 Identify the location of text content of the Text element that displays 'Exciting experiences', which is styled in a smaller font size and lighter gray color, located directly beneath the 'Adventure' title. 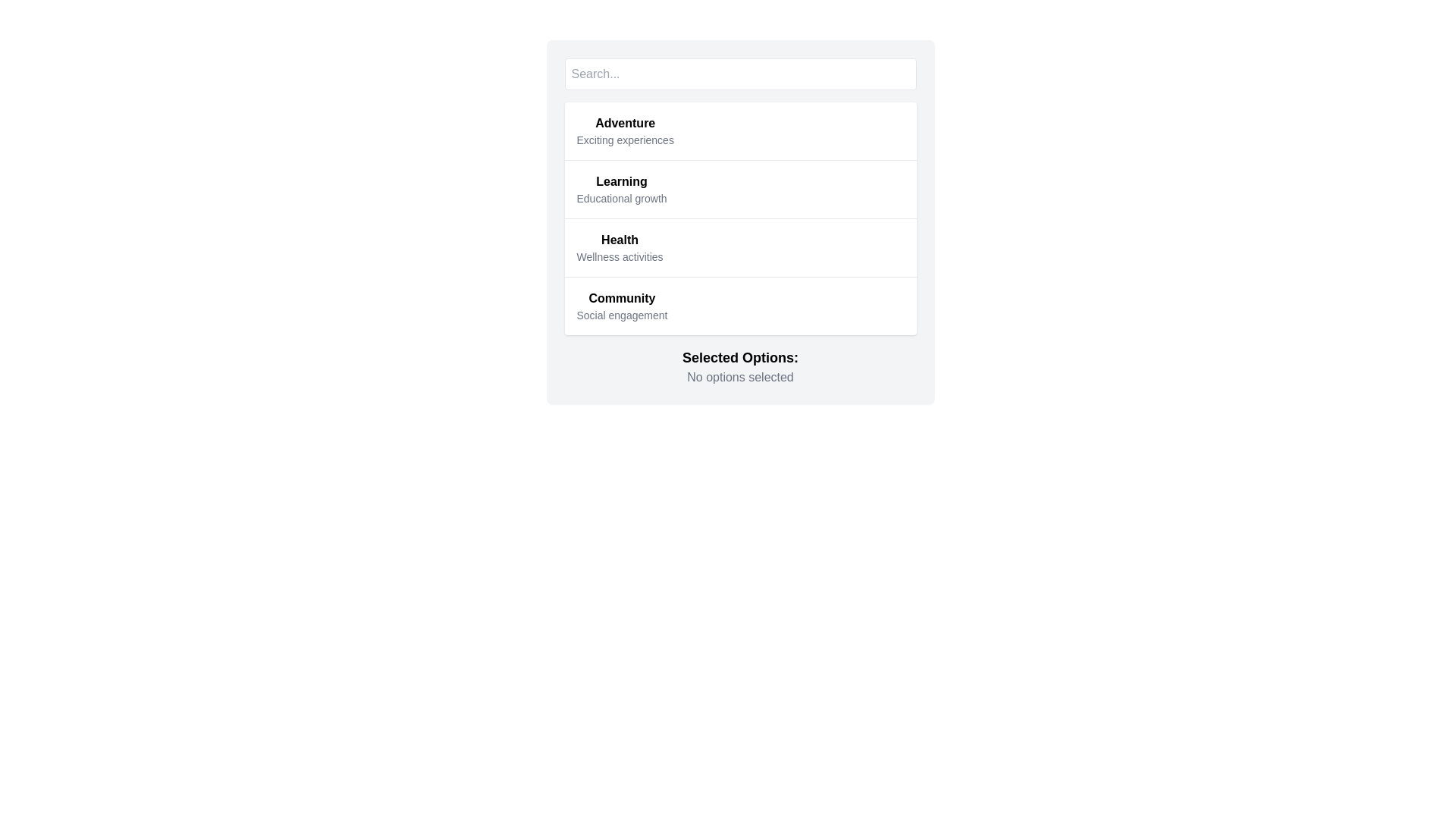
(625, 140).